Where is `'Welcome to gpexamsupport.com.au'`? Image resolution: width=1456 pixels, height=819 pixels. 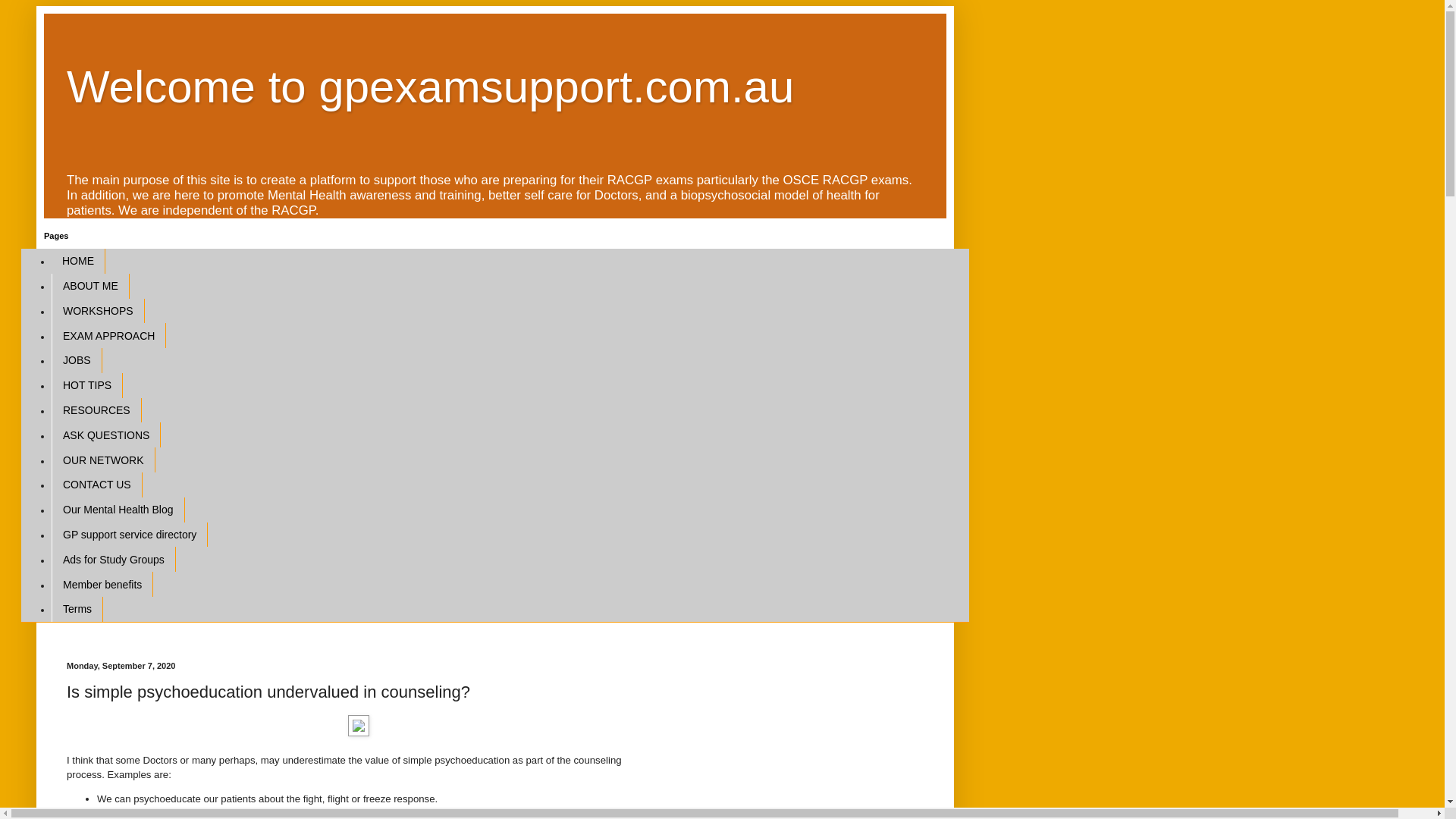 'Welcome to gpexamsupport.com.au' is located at coordinates (429, 86).